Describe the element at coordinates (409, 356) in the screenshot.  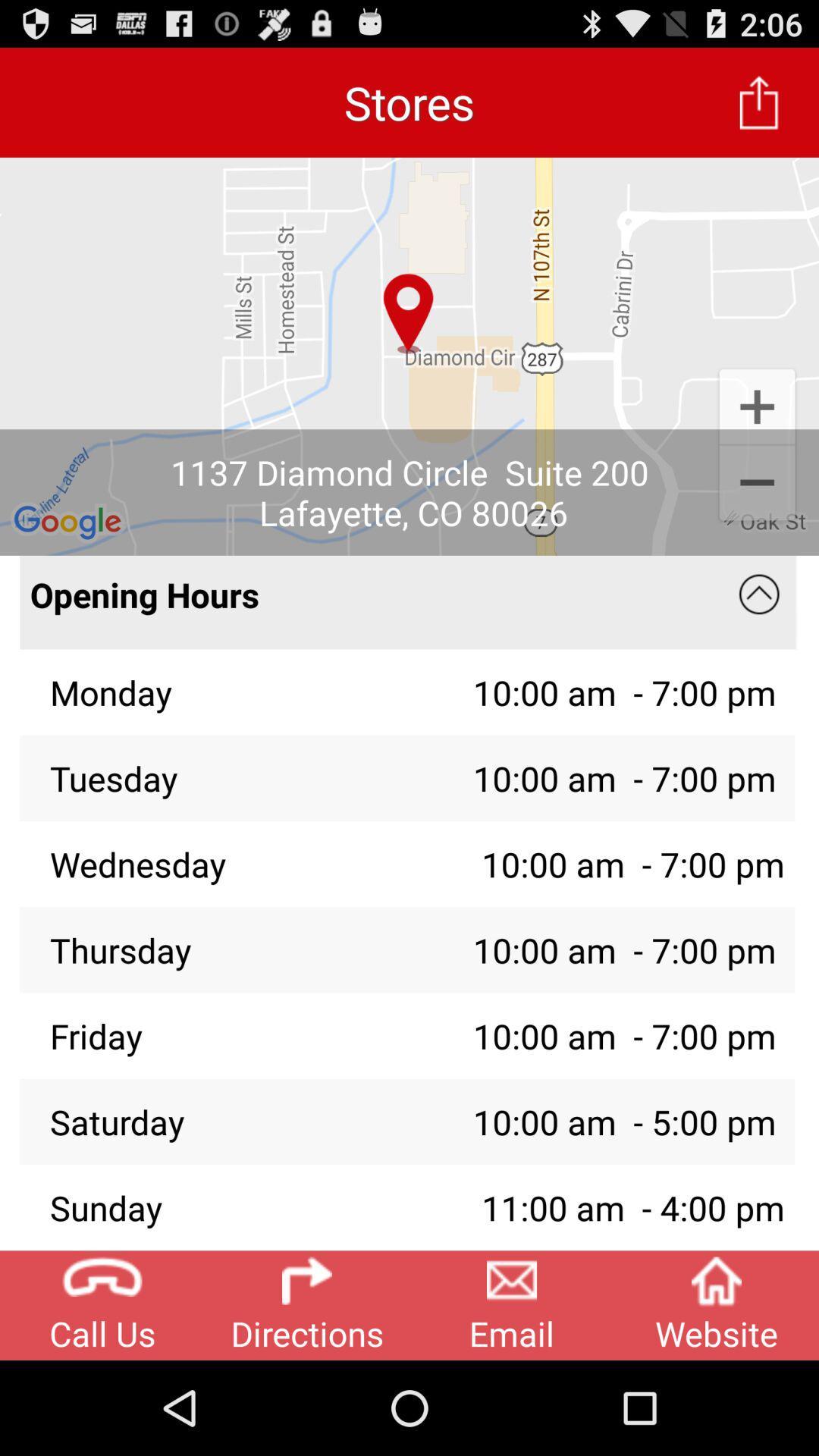
I see `app below stores` at that location.